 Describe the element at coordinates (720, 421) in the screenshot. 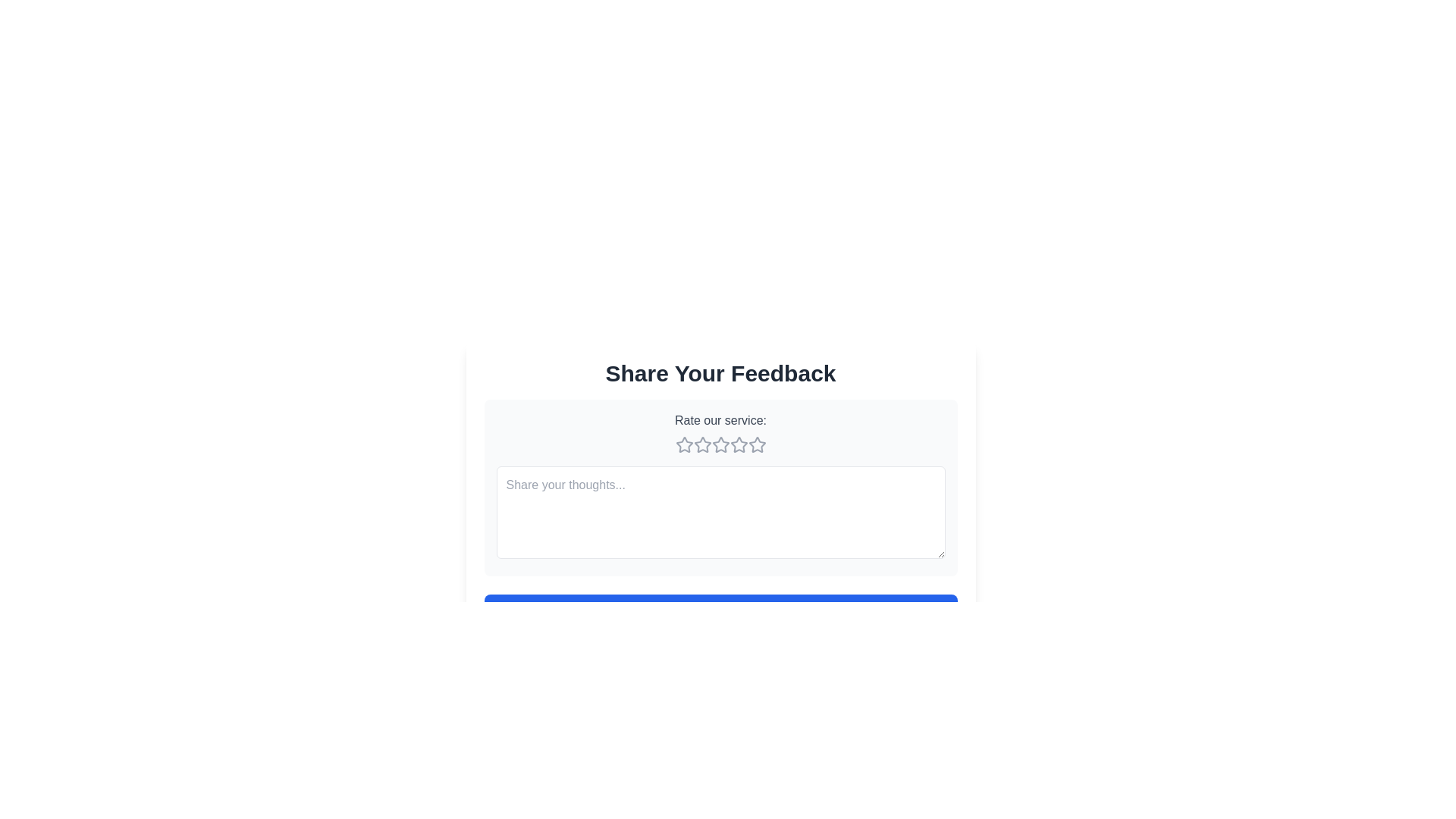

I see `the text label reading 'Rate our service:' which is styled in gray and located above the star rating icons inside a white rounded box` at that location.